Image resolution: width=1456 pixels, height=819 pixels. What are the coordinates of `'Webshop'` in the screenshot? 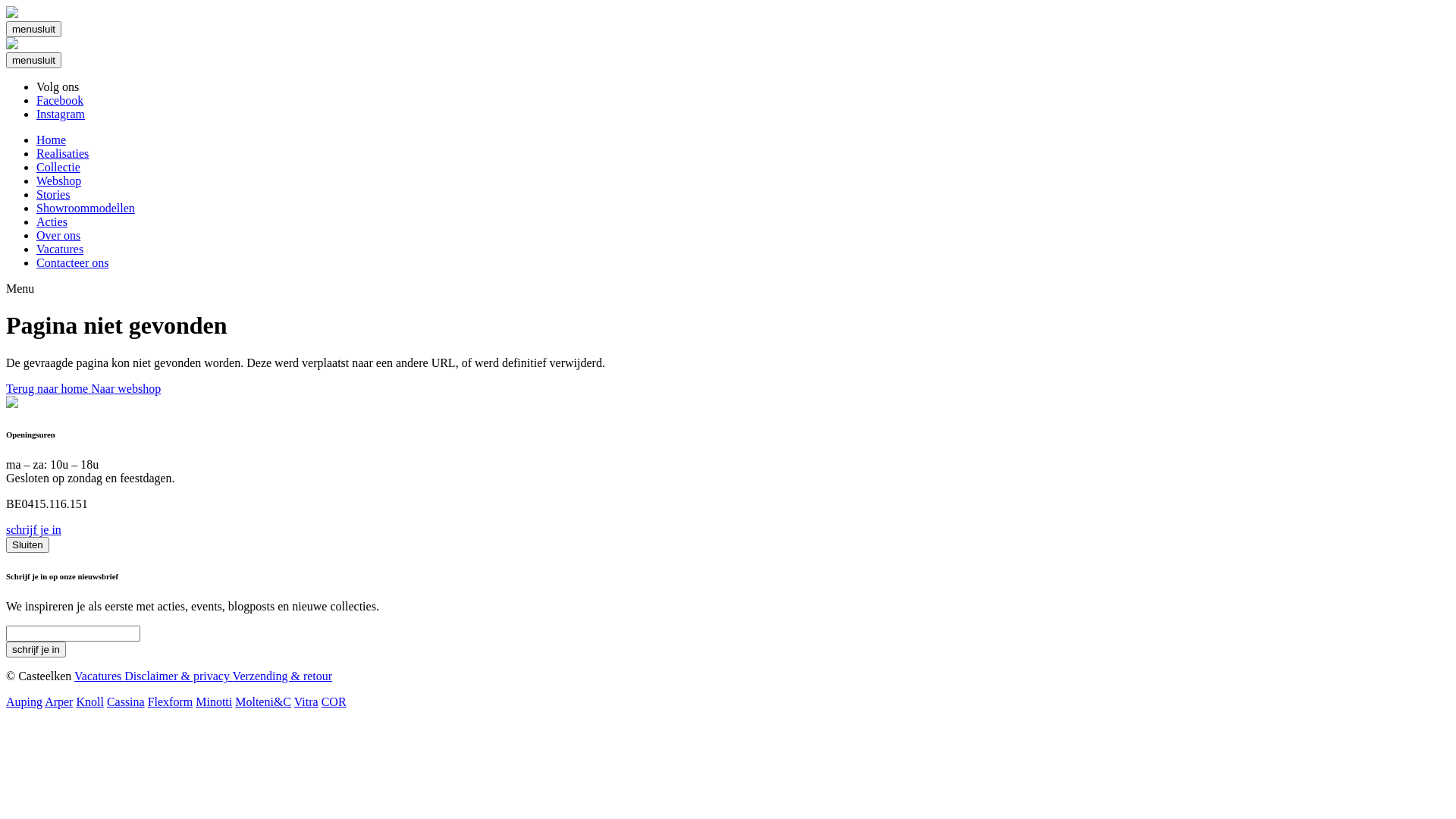 It's located at (58, 180).